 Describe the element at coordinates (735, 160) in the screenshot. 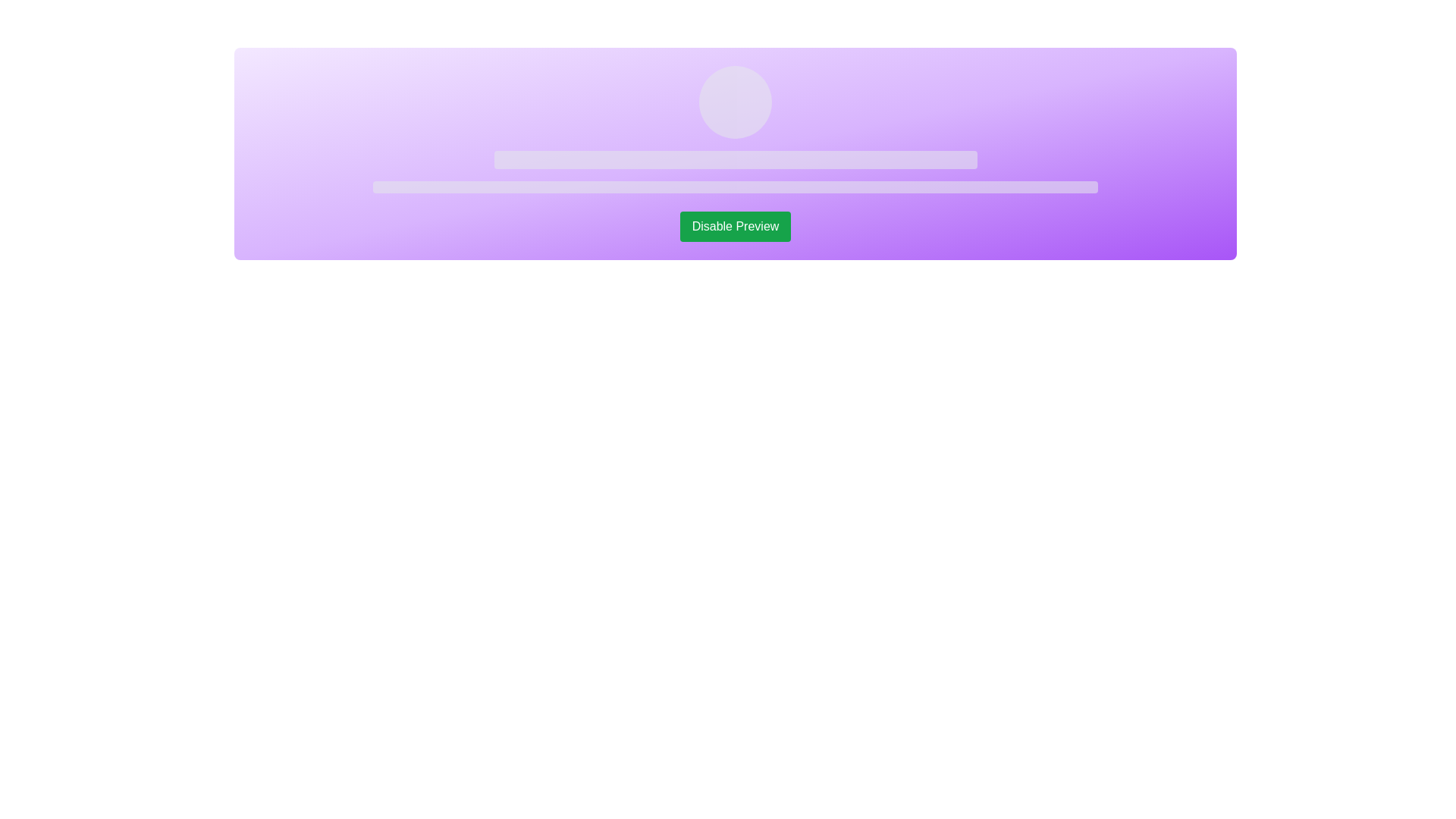

I see `the decorative bar element, which serves as a visual separation within the layout` at that location.